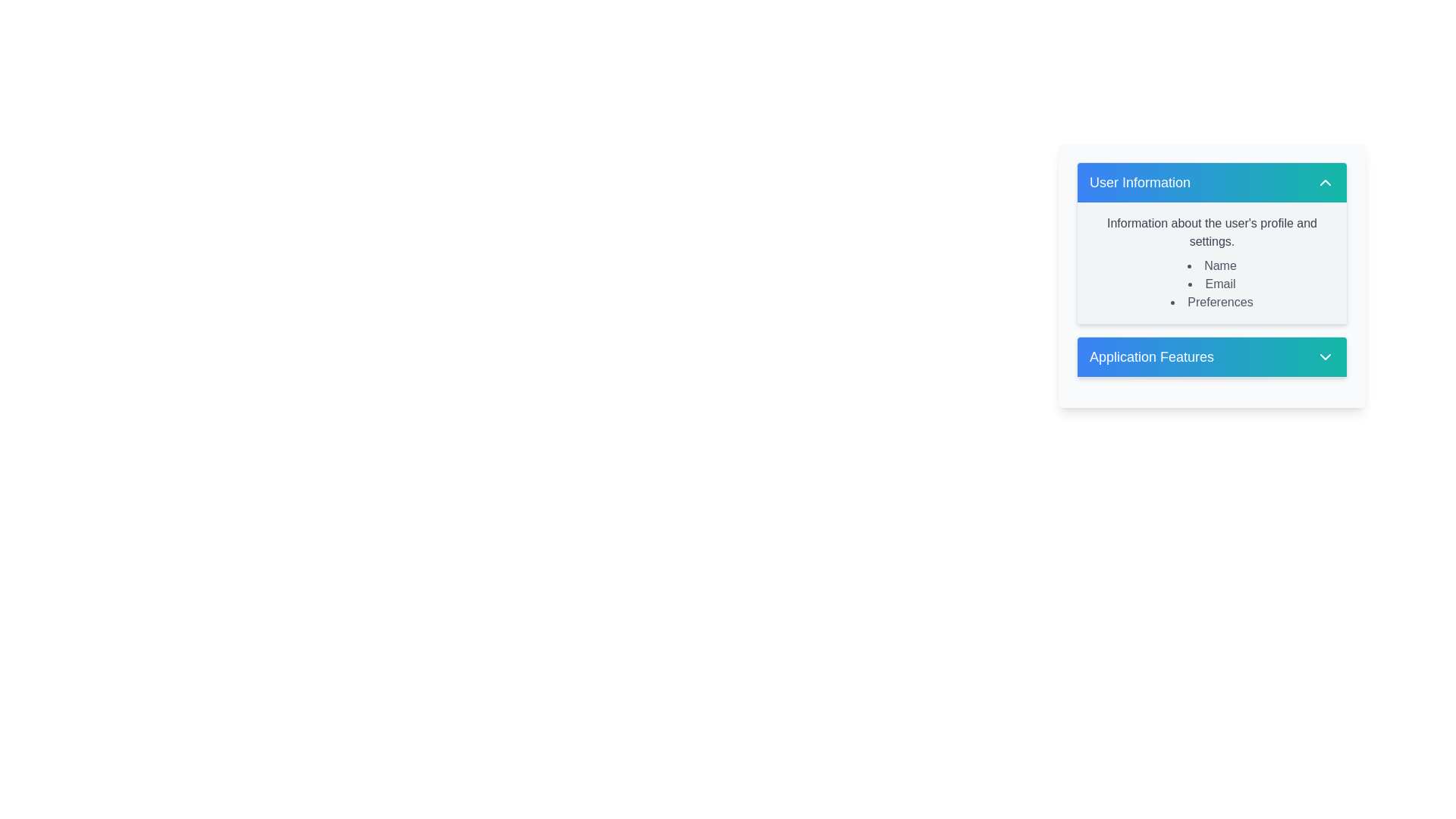 The height and width of the screenshot is (819, 1456). Describe the element at coordinates (1211, 275) in the screenshot. I see `contents of the Informational text block displaying user profile information, which includes name, email, and preferences, located centrally within the 'User Information' section` at that location.